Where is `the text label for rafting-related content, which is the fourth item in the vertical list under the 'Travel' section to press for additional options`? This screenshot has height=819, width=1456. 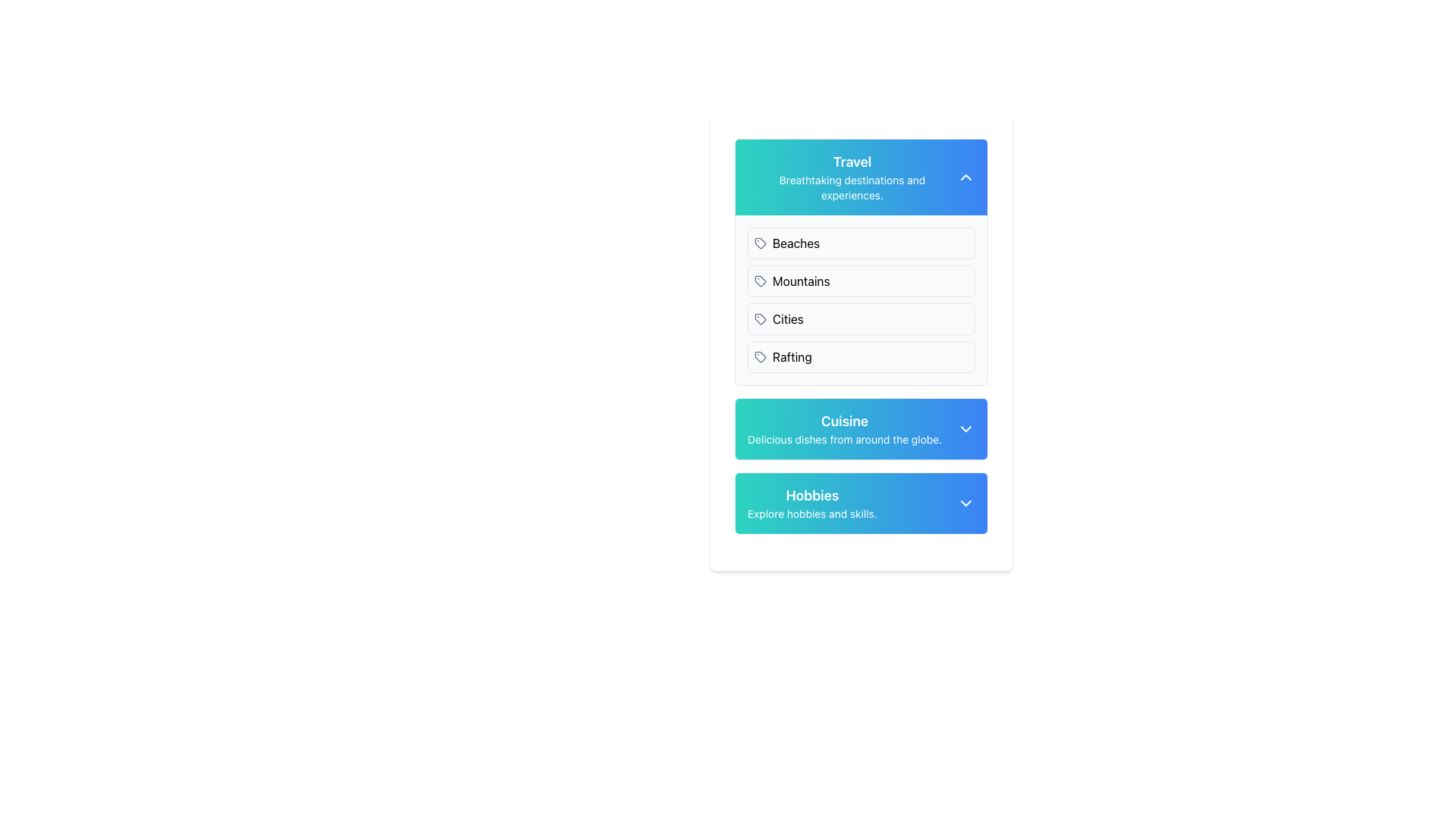
the text label for rafting-related content, which is the fourth item in the vertical list under the 'Travel' section to press for additional options is located at coordinates (791, 356).